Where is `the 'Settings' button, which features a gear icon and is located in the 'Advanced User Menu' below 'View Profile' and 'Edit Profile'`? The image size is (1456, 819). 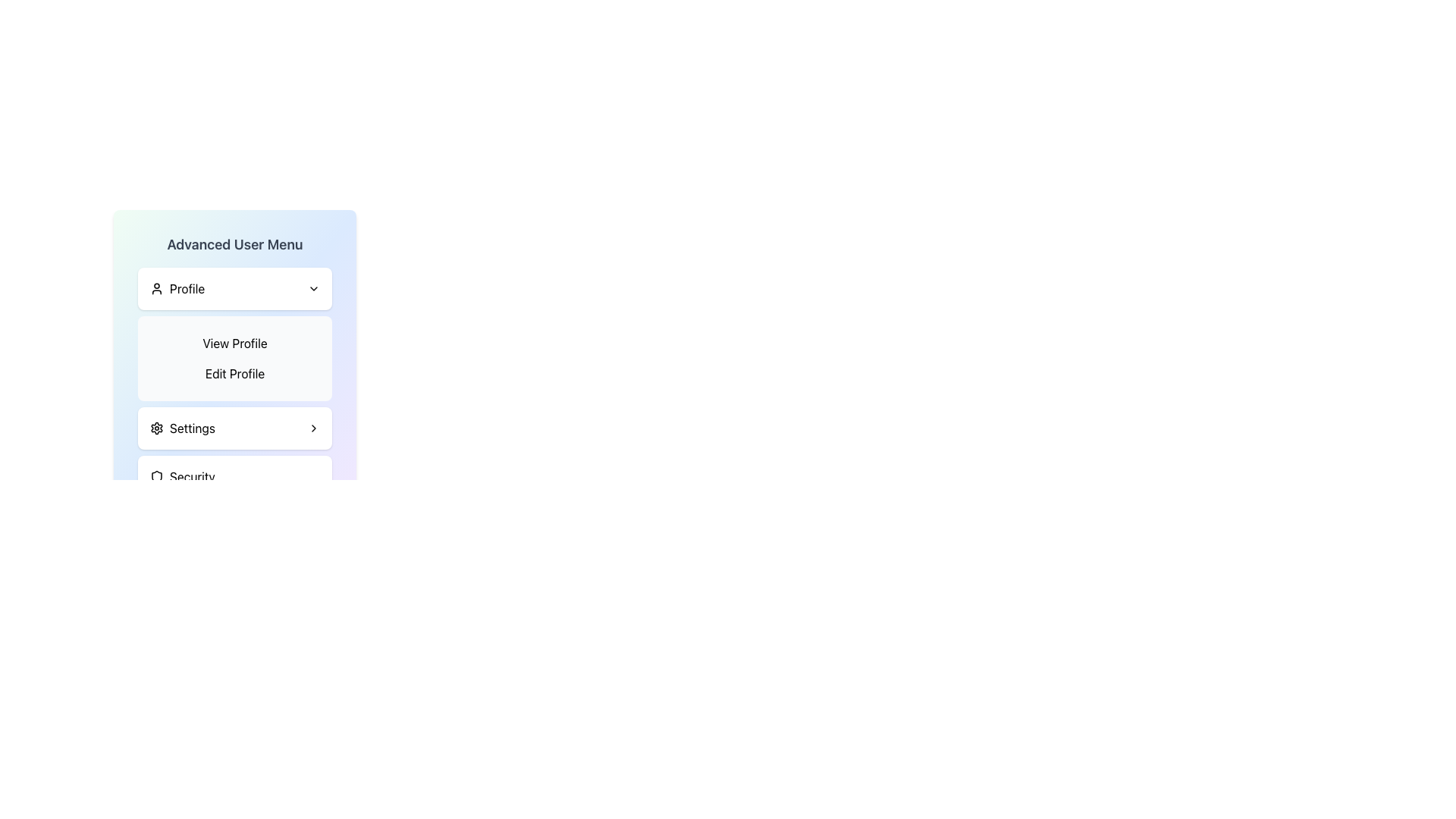
the 'Settings' button, which features a gear icon and is located in the 'Advanced User Menu' below 'View Profile' and 'Edit Profile' is located at coordinates (182, 428).